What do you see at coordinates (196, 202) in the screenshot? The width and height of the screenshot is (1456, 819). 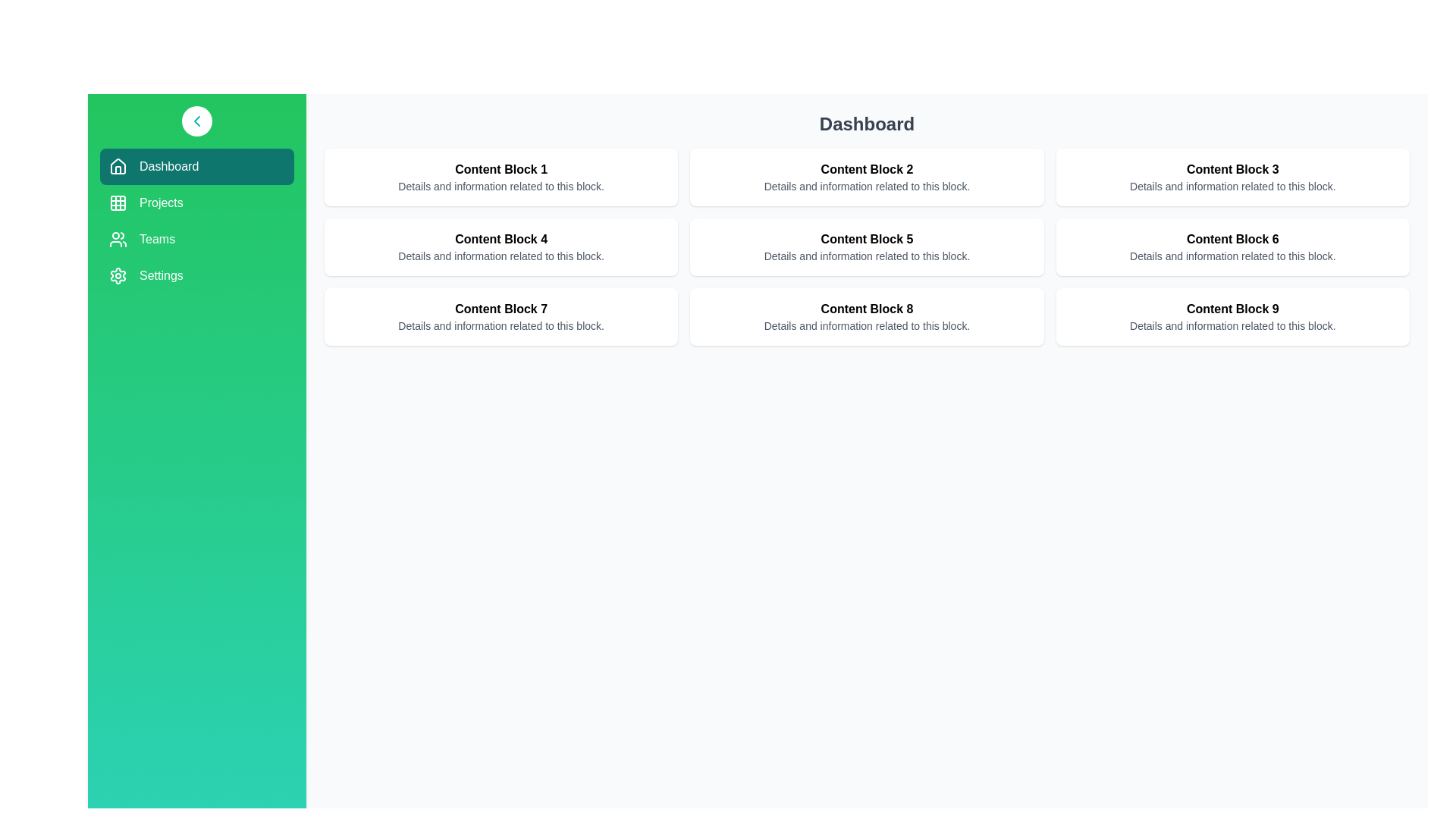 I see `the menu item Projects from the sidebar` at bounding box center [196, 202].